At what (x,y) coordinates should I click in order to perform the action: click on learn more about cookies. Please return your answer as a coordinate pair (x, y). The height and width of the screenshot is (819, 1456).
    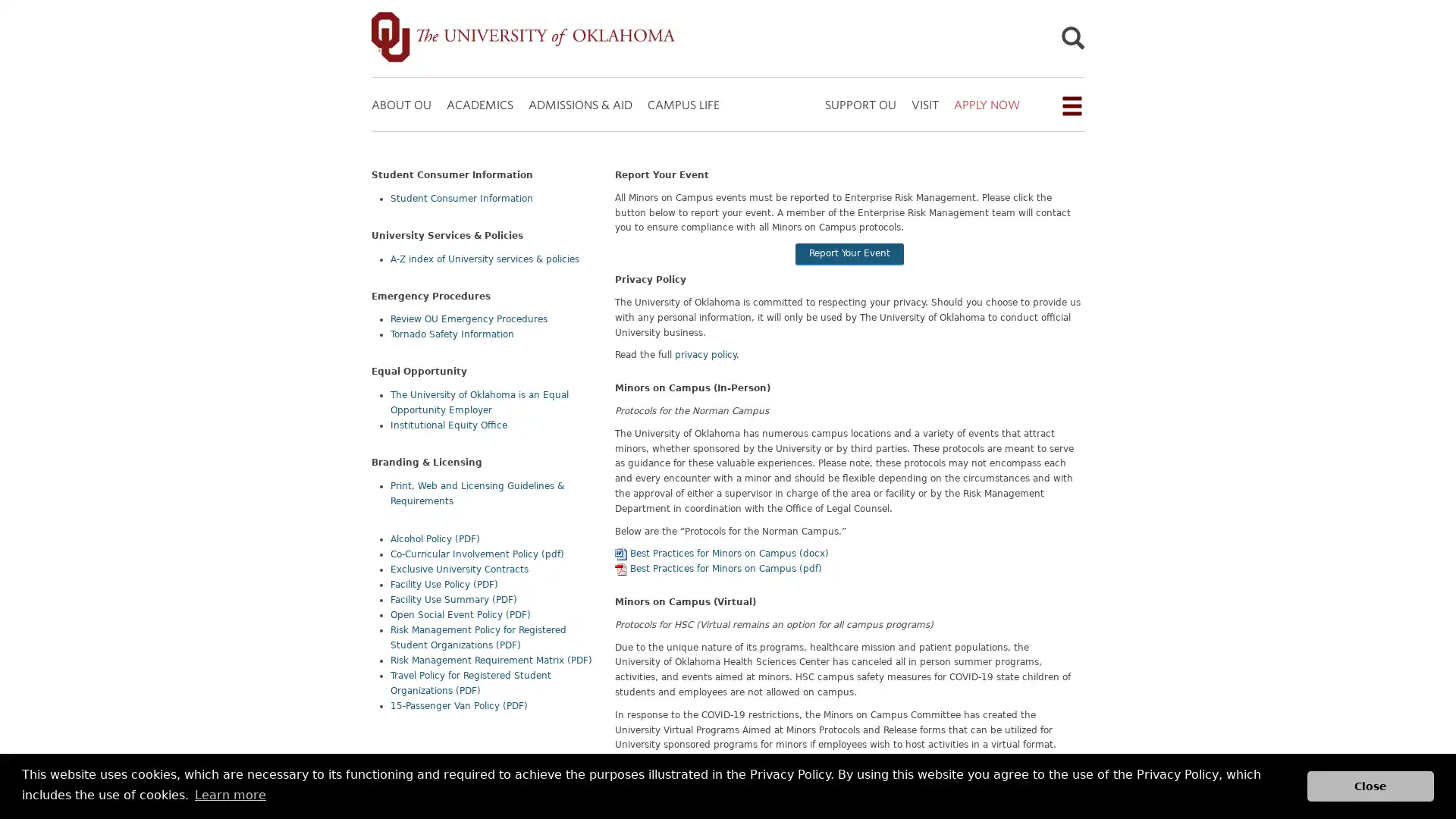
    Looking at the image, I should click on (229, 794).